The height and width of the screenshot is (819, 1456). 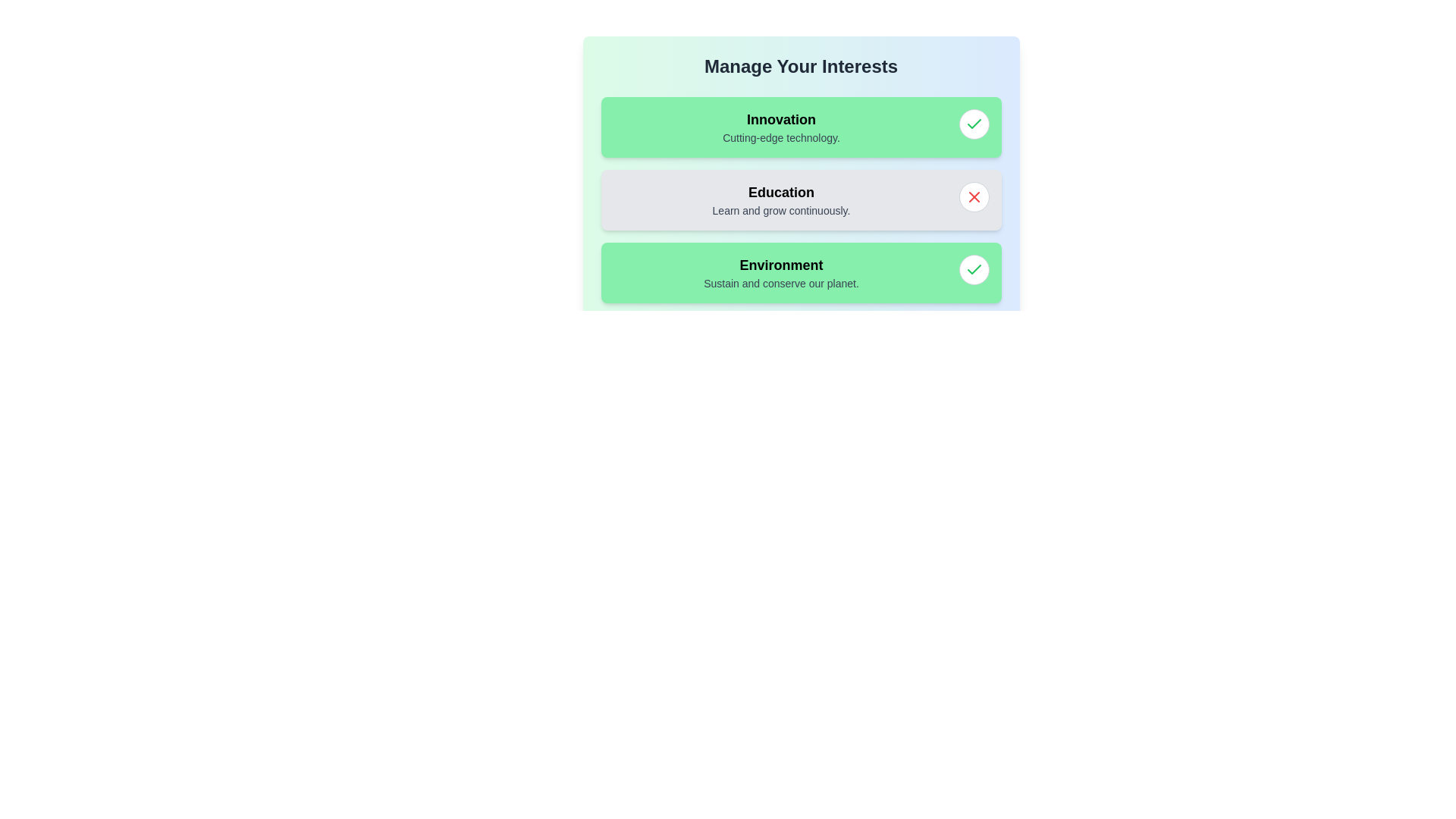 I want to click on the tag labeled 'Innovation' to view its description, so click(x=781, y=127).